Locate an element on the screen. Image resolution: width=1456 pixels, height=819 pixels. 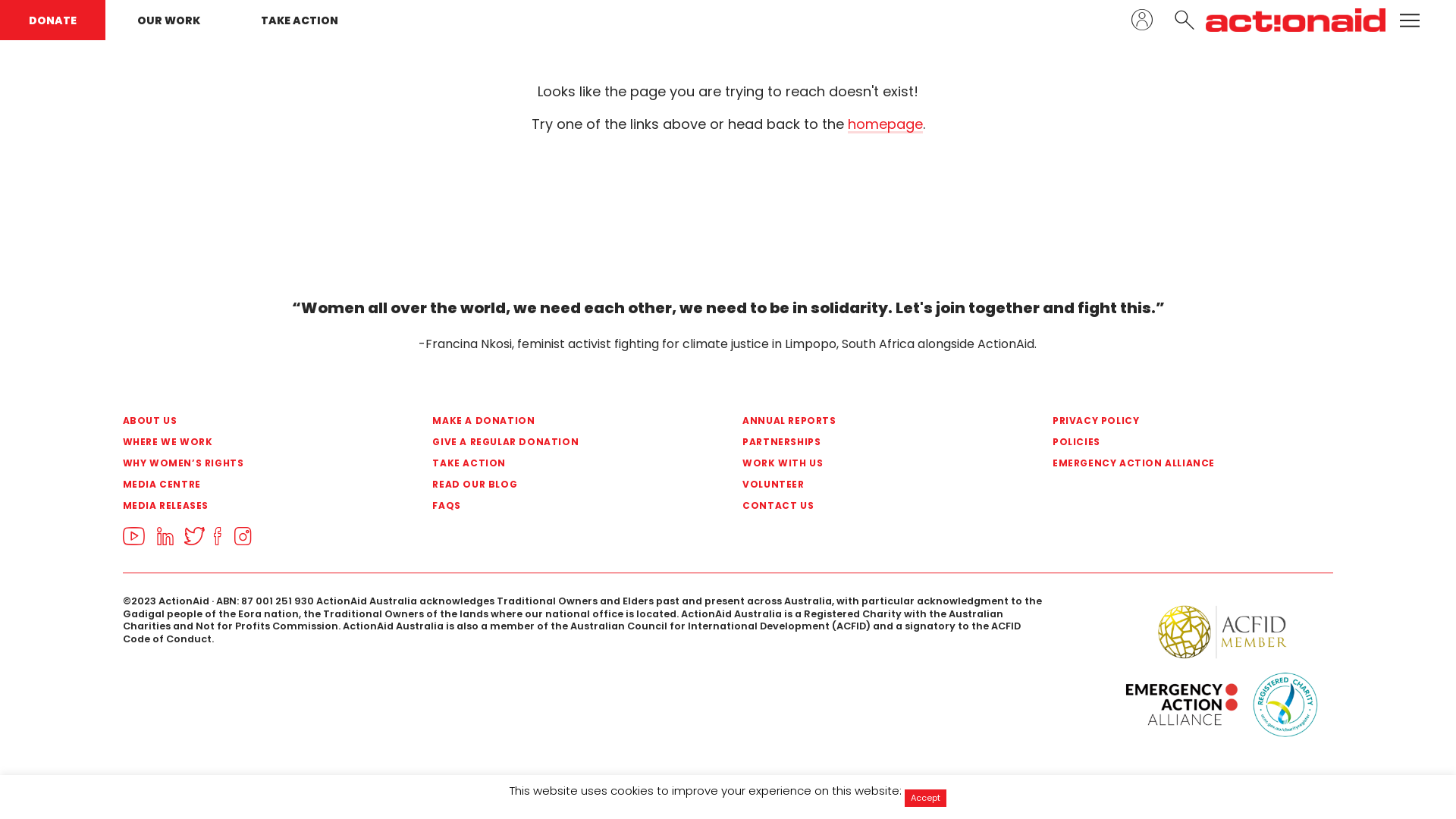
'WORK WITH US' is located at coordinates (742, 462).